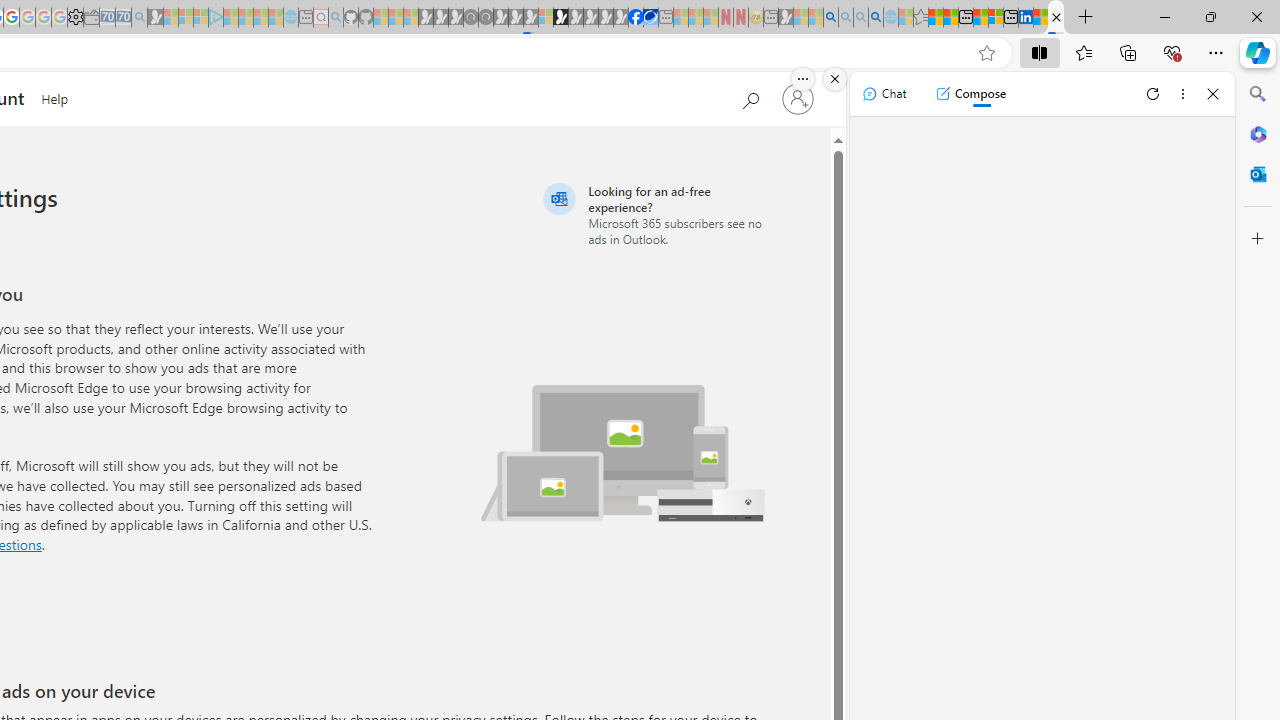 This screenshot has height=720, width=1280. What do you see at coordinates (657, 214) in the screenshot?
I see `'Looking for an ad-free experience?'` at bounding box center [657, 214].